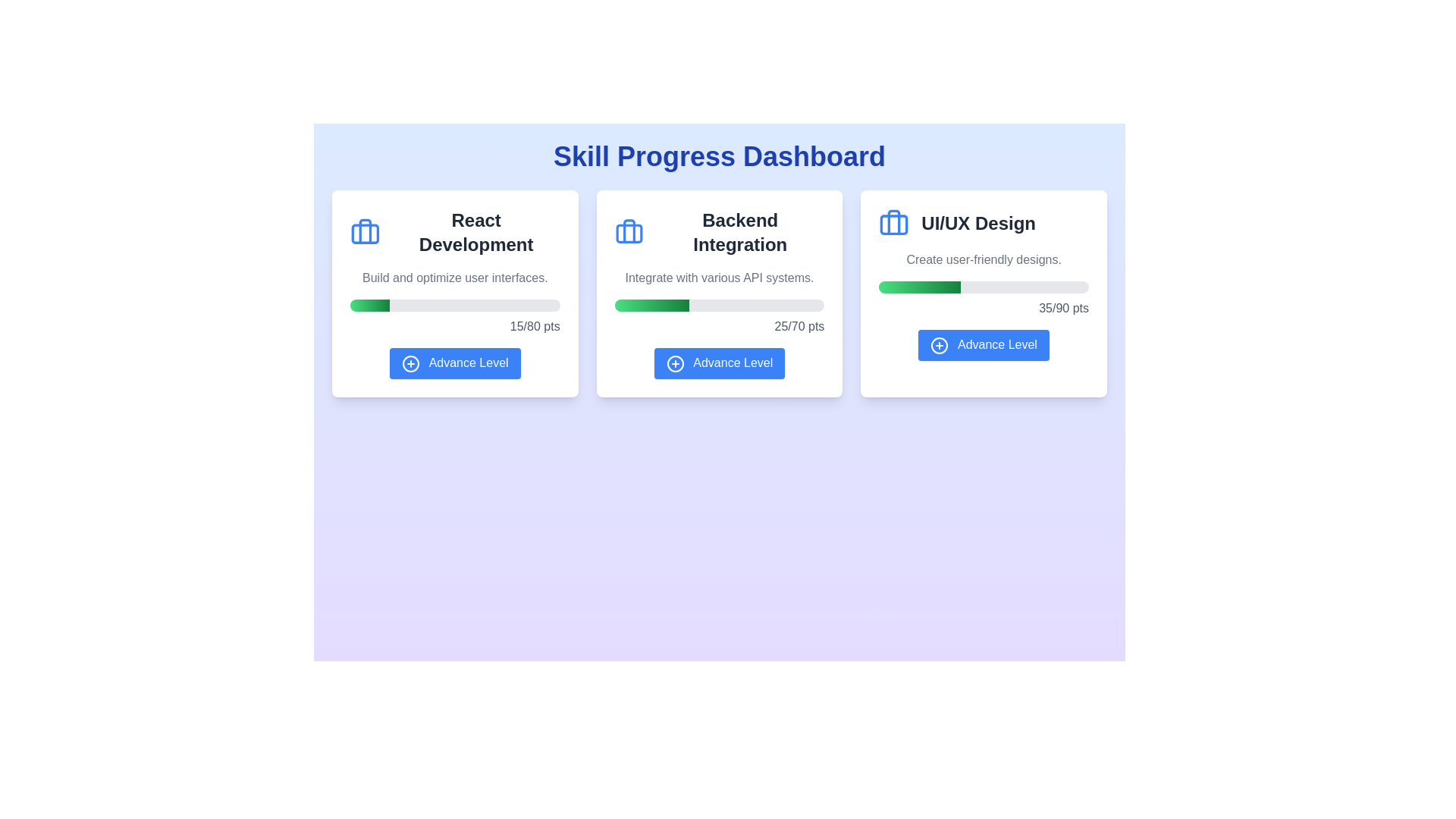 This screenshot has width=1456, height=819. What do you see at coordinates (365, 231) in the screenshot?
I see `the vertical rectangular figure within the briefcase icon, which is positioned above the 'React Development' section header, and is the leftmost of three horizontally aligned icons` at bounding box center [365, 231].